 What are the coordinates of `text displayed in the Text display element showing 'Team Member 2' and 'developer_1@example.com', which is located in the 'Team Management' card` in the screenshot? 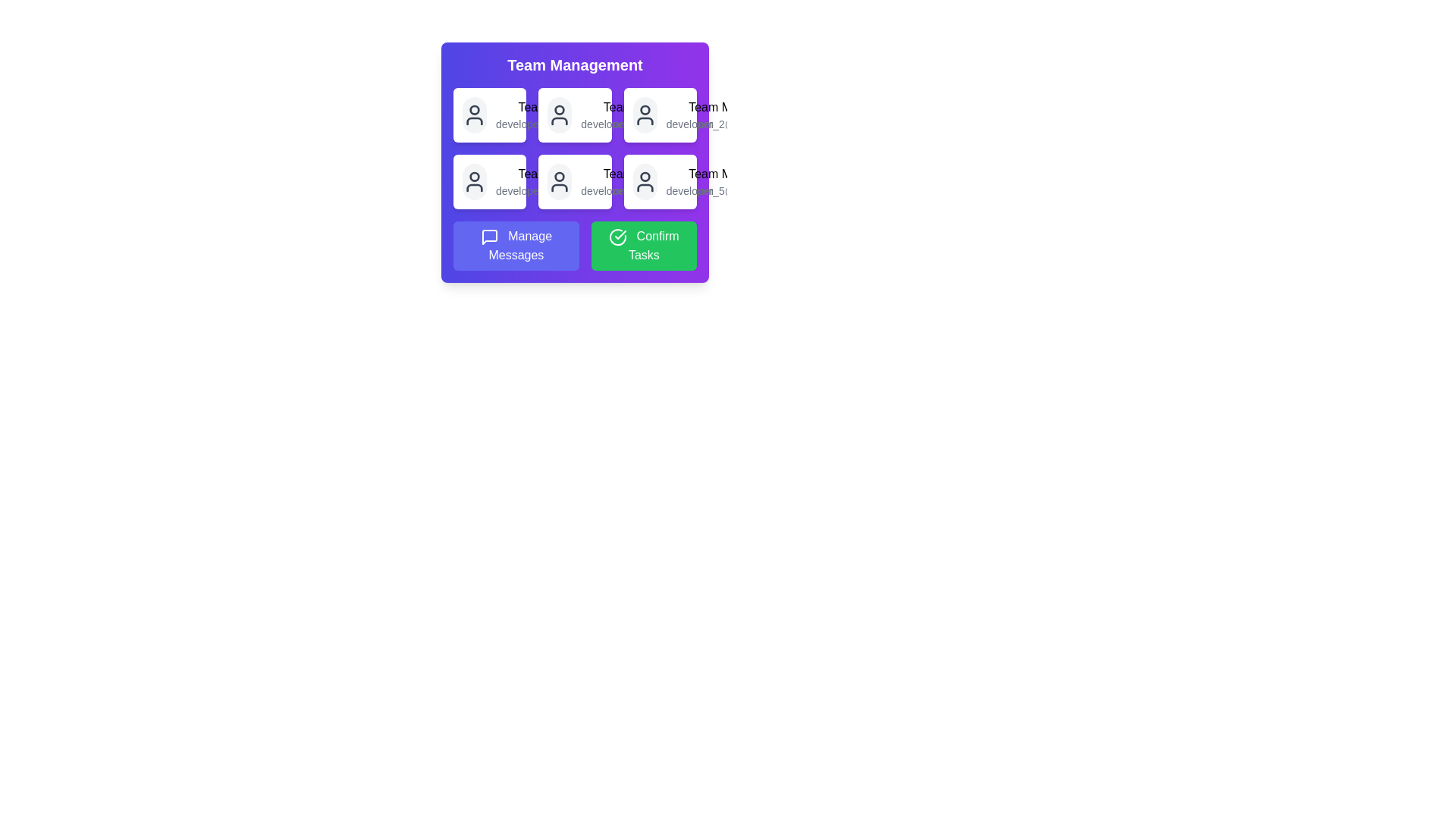 It's located at (647, 114).